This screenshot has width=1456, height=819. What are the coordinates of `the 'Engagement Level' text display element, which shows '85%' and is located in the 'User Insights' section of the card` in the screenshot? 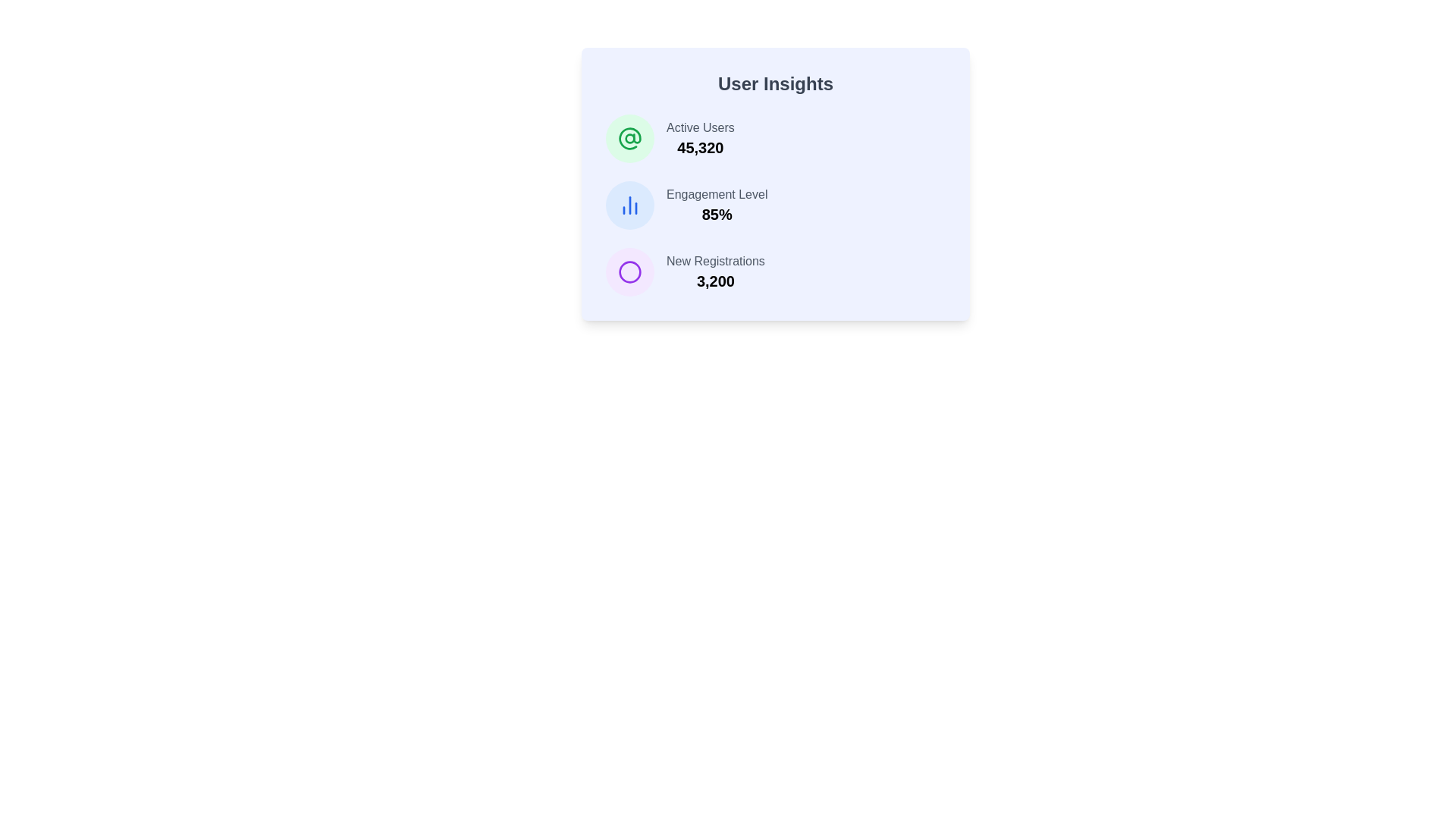 It's located at (716, 205).